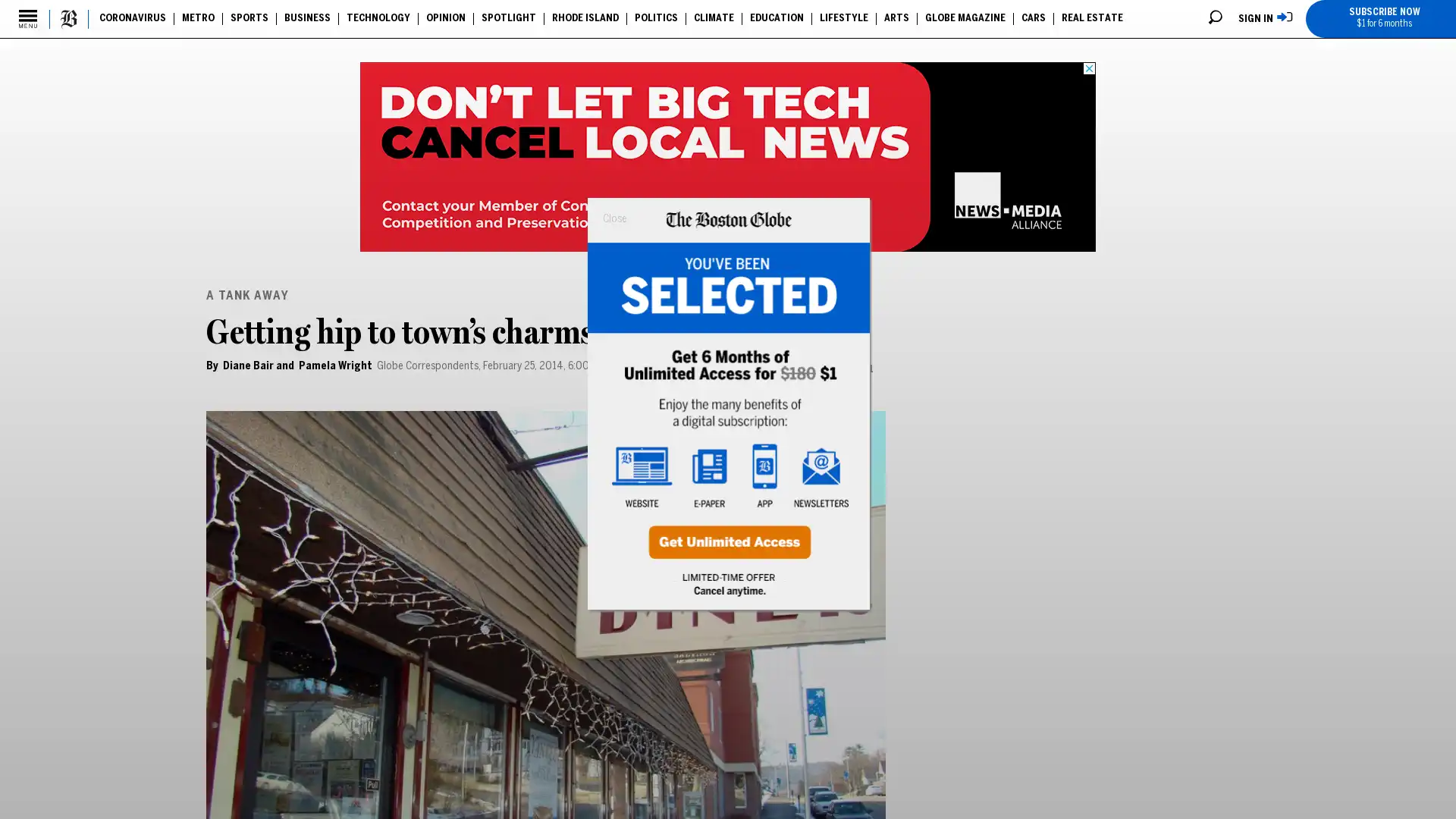  I want to click on Secondary Menu, so click(28, 18).